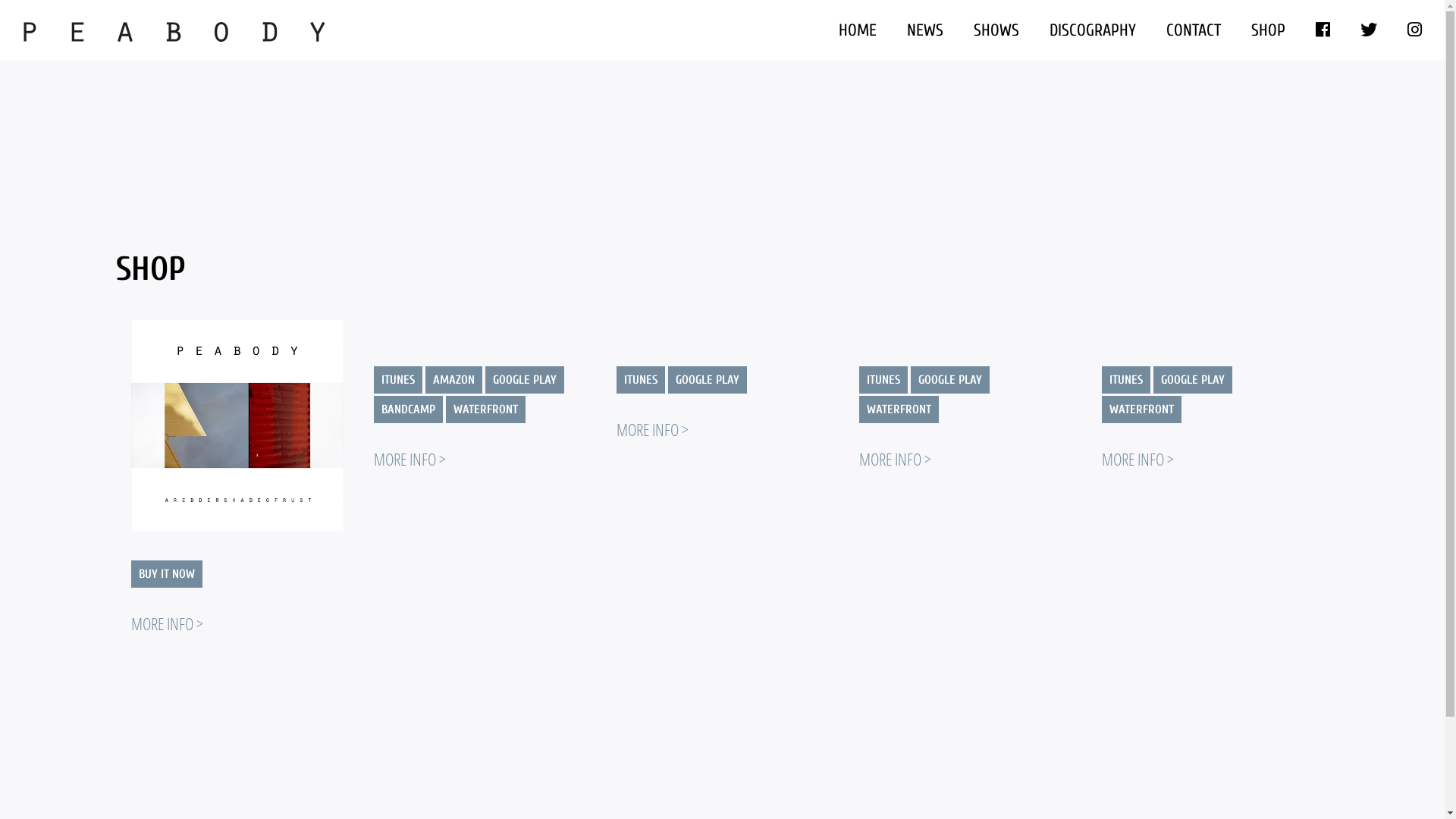  Describe the element at coordinates (166, 573) in the screenshot. I see `'BUY IT NOW'` at that location.